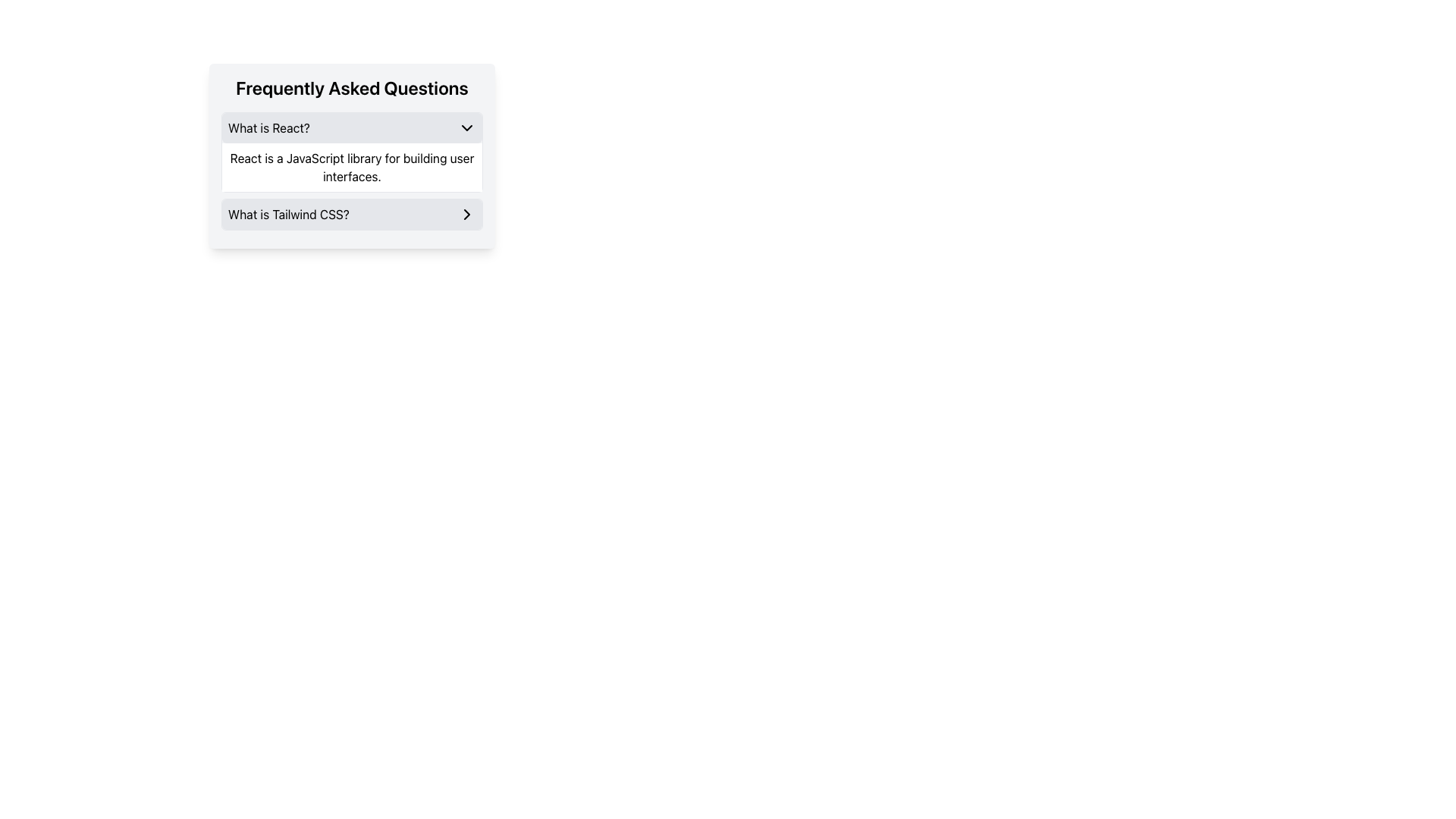 The width and height of the screenshot is (1456, 819). What do you see at coordinates (268, 127) in the screenshot?
I see `the text label 'What is React?'` at bounding box center [268, 127].